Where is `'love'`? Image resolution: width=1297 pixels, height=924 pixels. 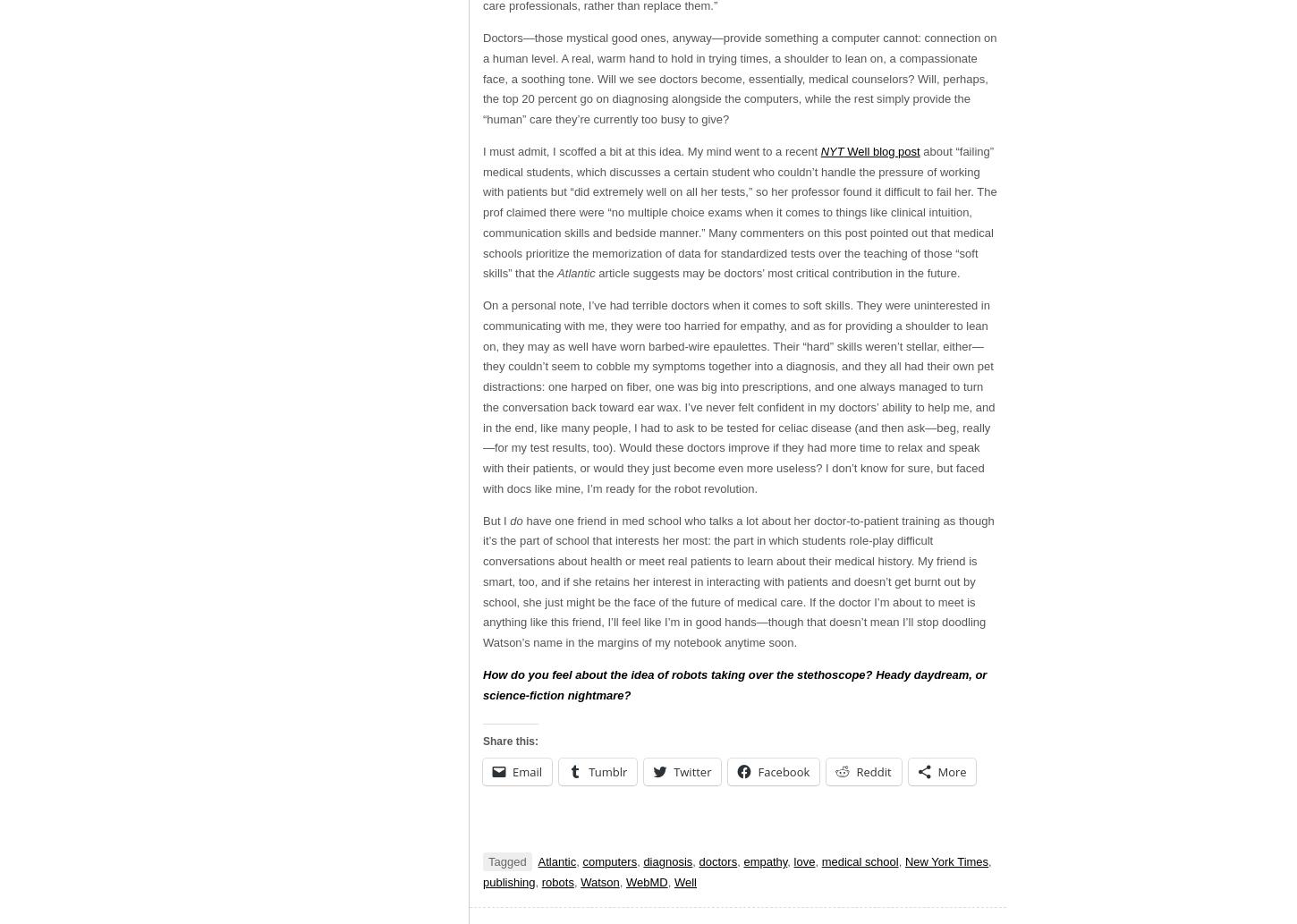
'love' is located at coordinates (803, 860).